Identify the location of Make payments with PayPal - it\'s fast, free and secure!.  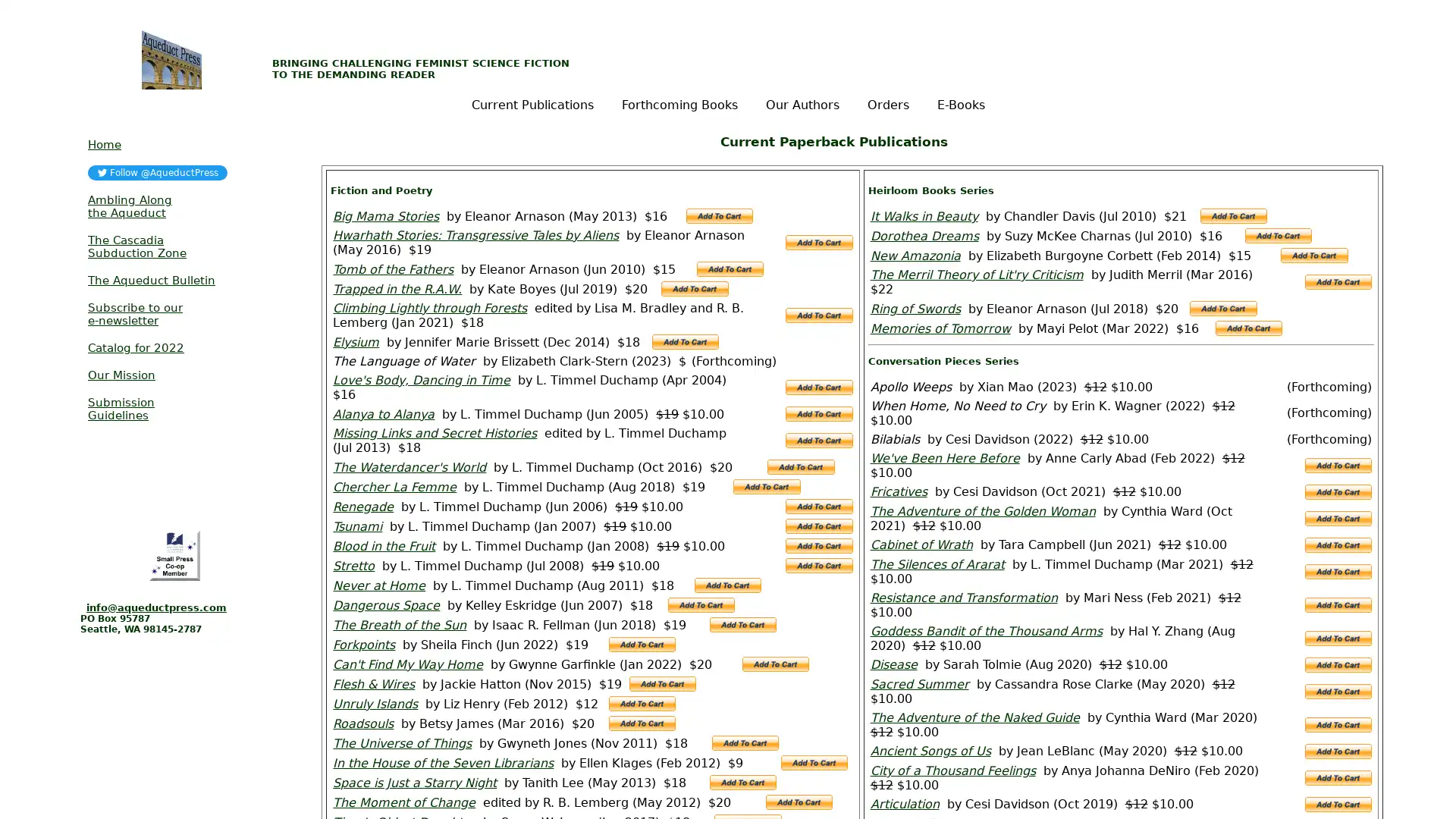
(1338, 751).